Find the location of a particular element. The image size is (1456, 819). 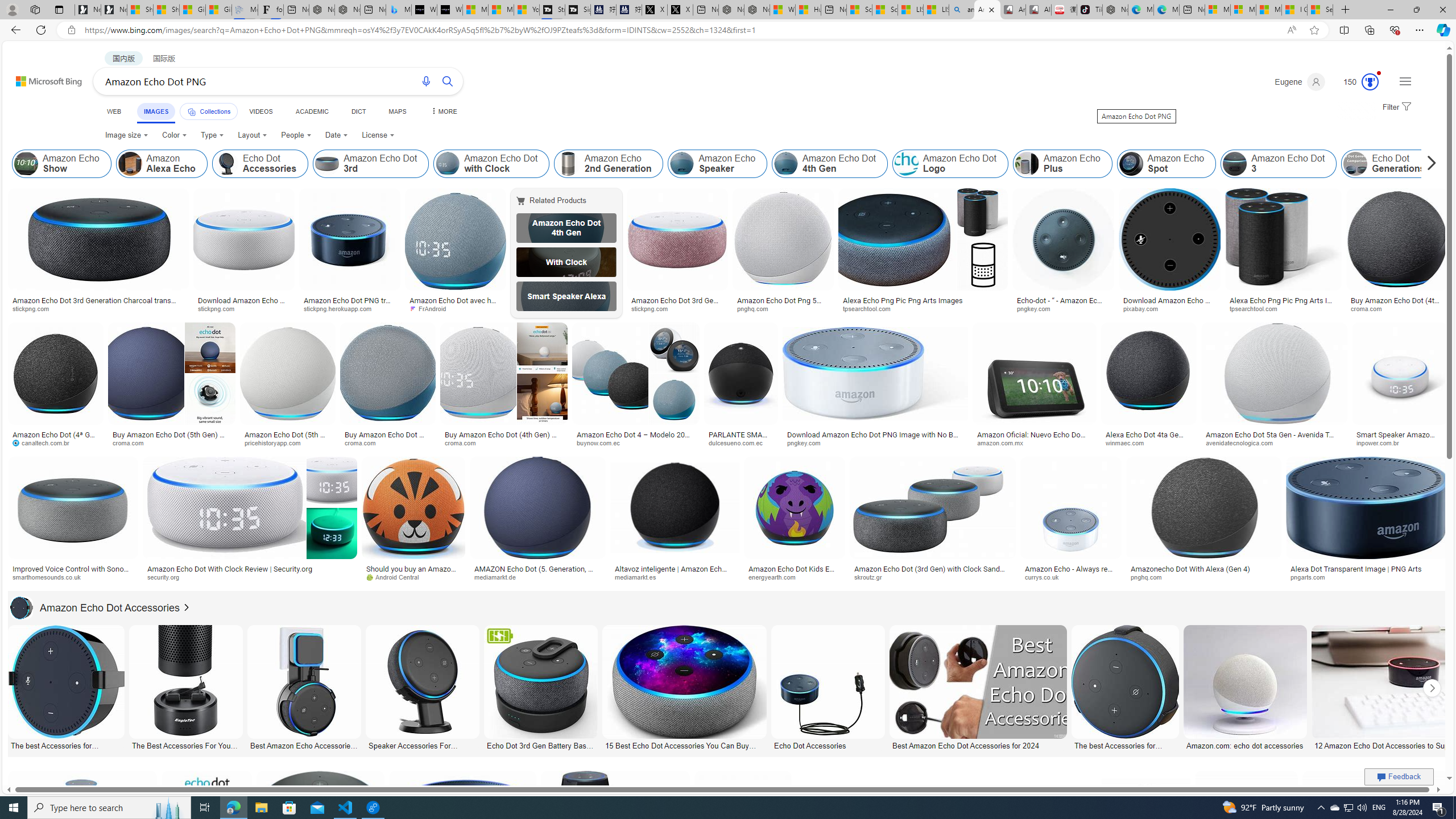

'Alexa Echo Png Pic Png Arts Imagestpsearchtool.comSave' is located at coordinates (925, 253).